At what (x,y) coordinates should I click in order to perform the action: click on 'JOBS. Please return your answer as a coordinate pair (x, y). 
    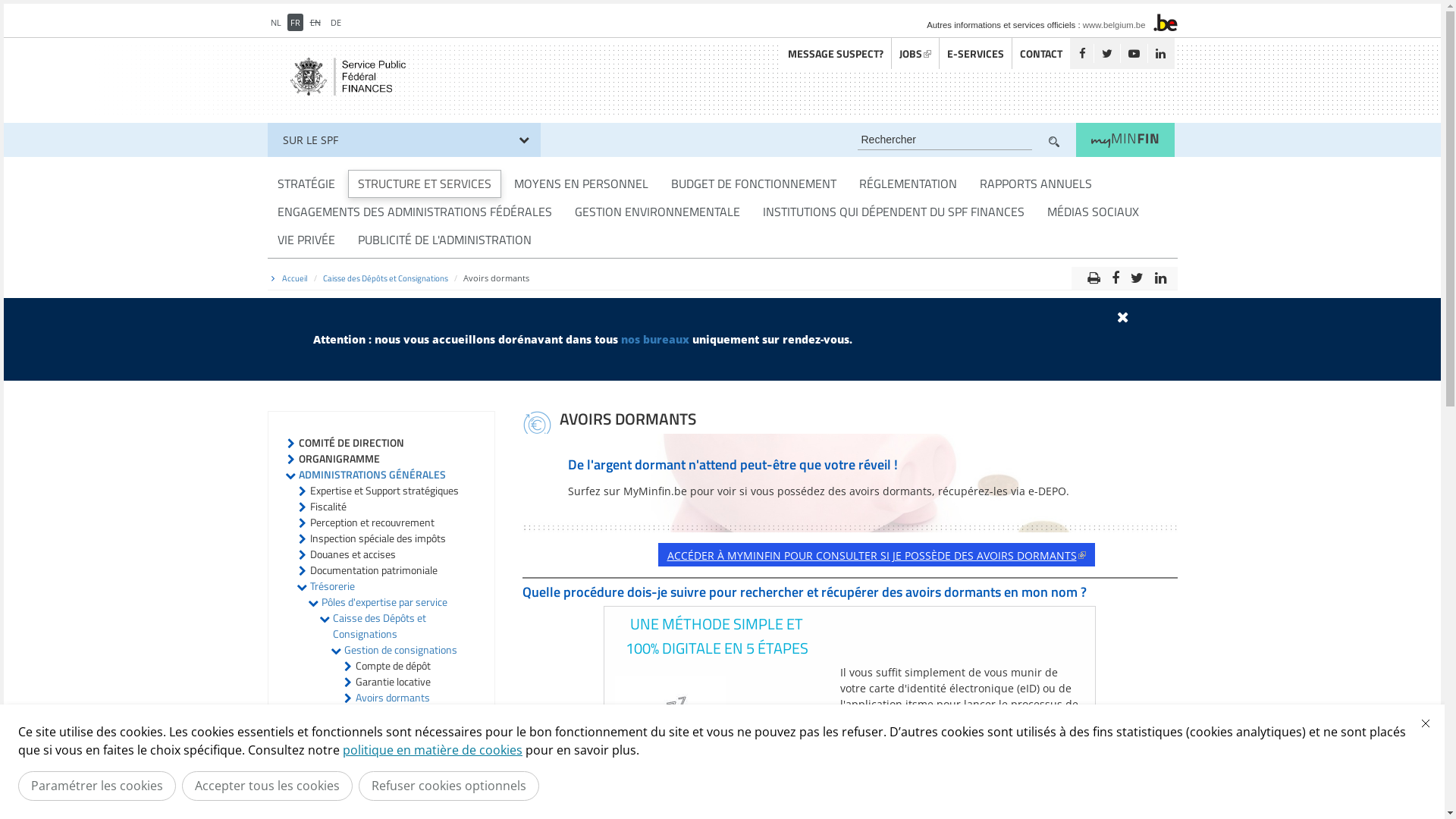
    Looking at the image, I should click on (914, 52).